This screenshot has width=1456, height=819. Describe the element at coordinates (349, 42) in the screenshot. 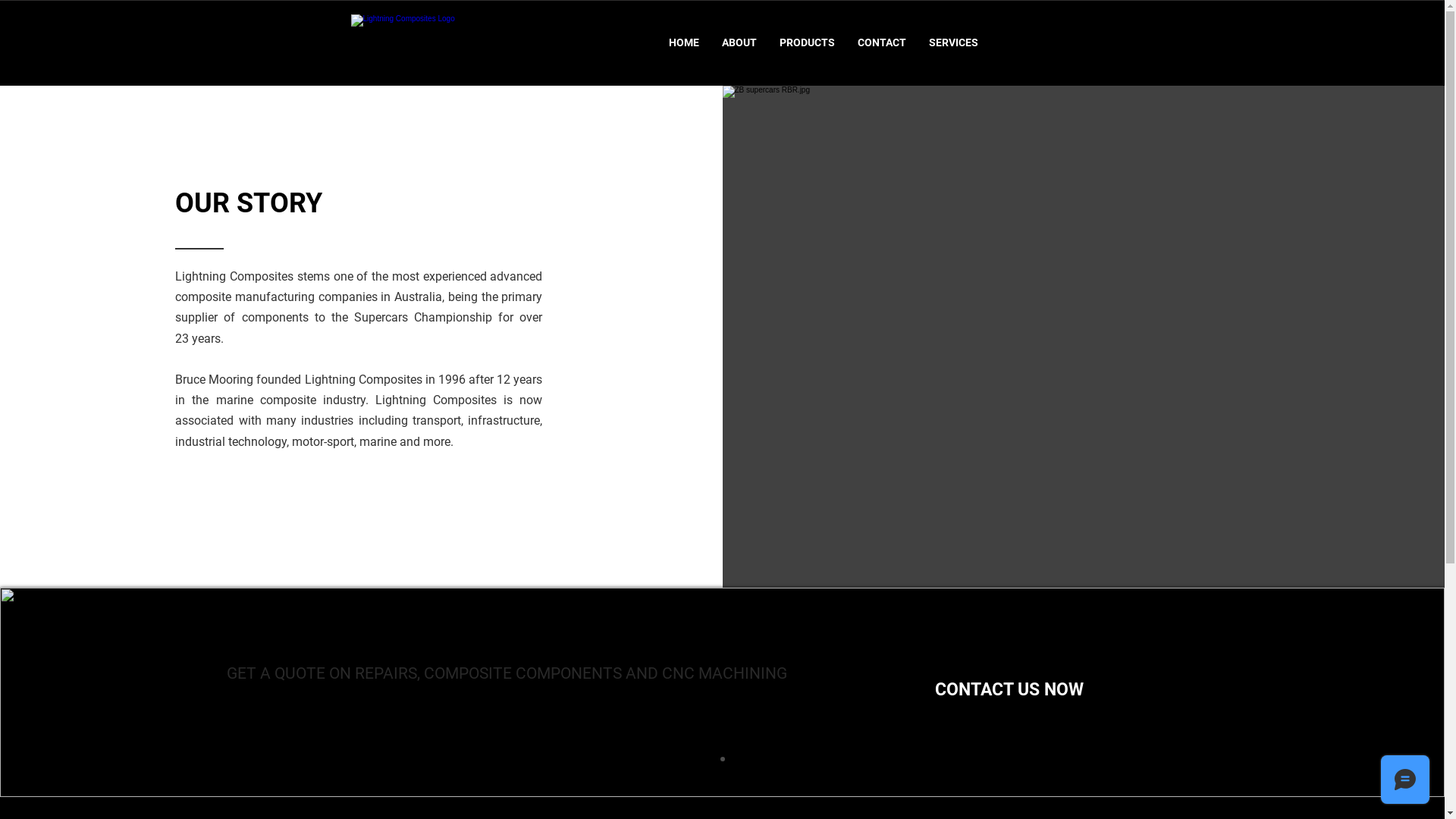

I see `'Lightning Composites Logo'` at that location.